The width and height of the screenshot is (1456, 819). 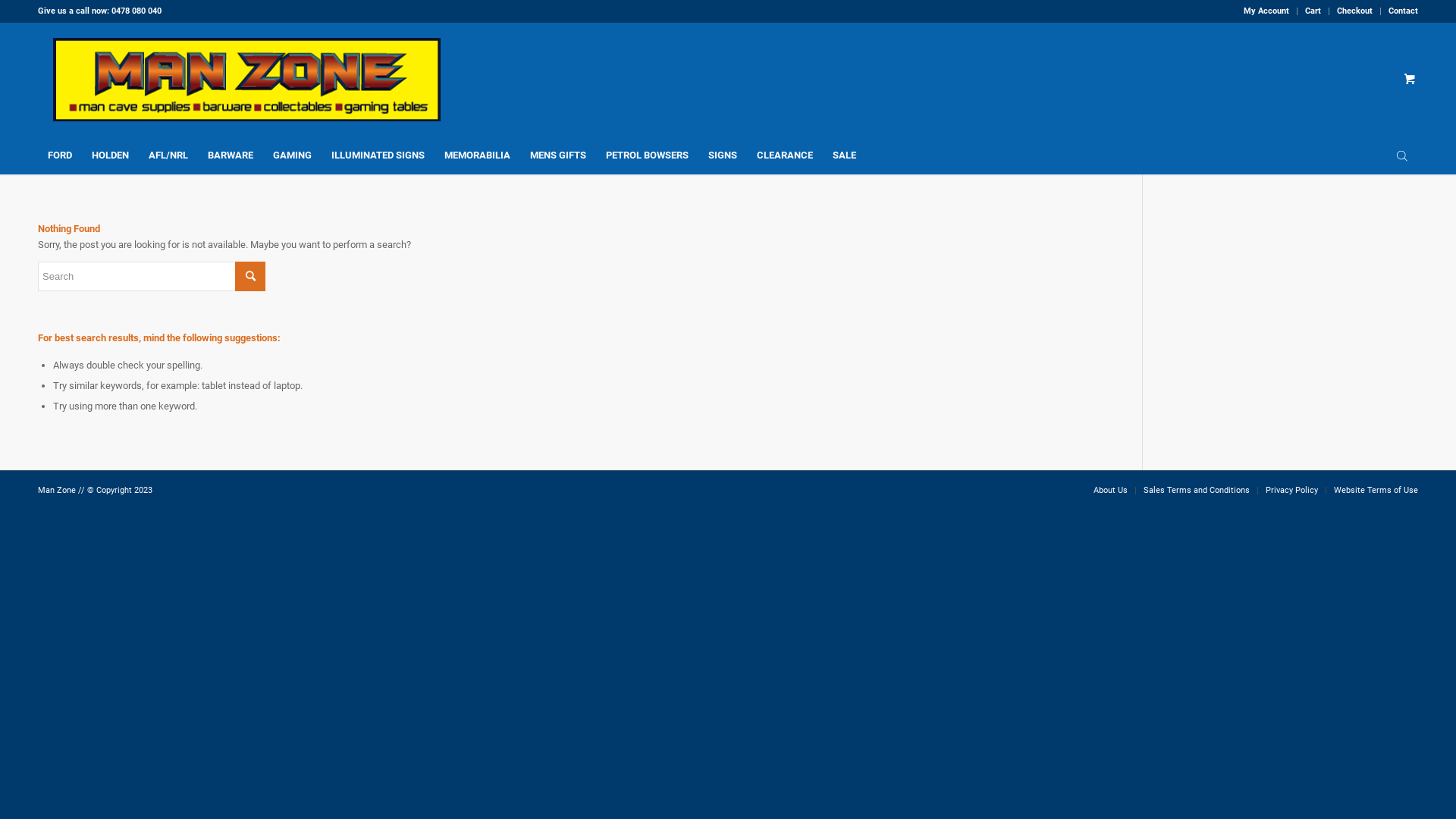 I want to click on 'Website Terms of Use', so click(x=1376, y=490).